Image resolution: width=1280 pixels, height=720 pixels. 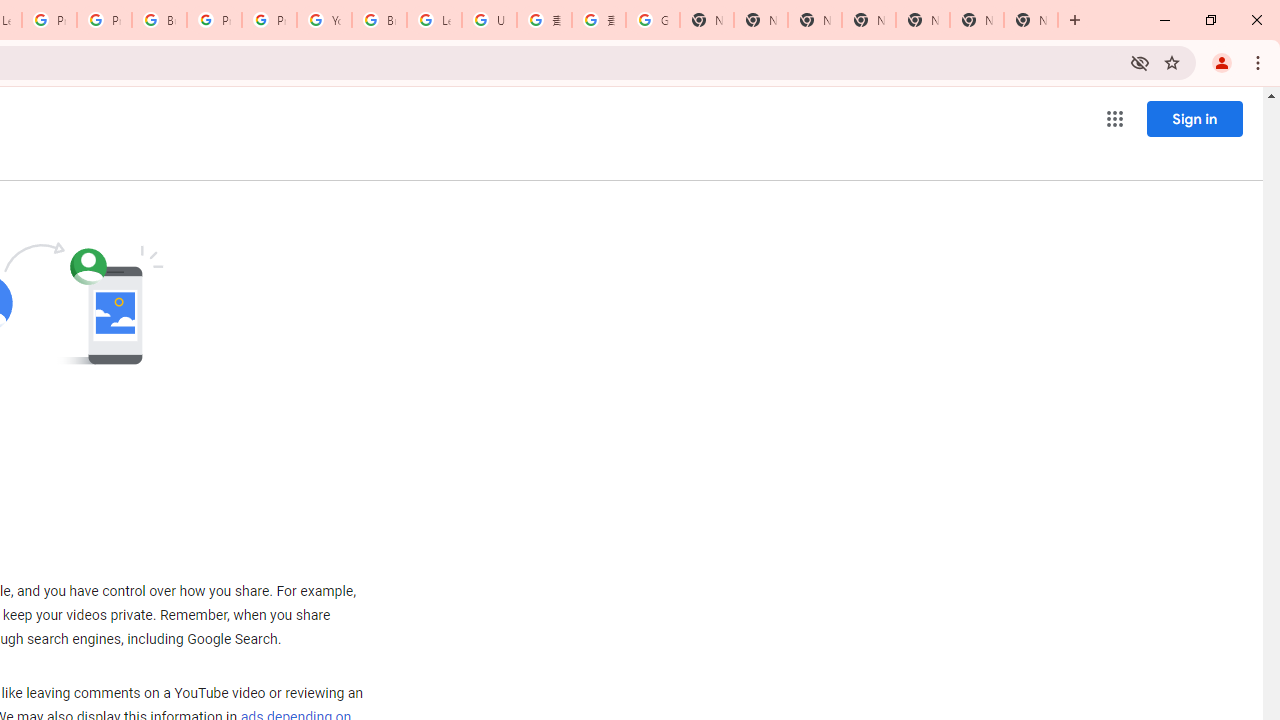 What do you see at coordinates (1031, 20) in the screenshot?
I see `'New Tab'` at bounding box center [1031, 20].